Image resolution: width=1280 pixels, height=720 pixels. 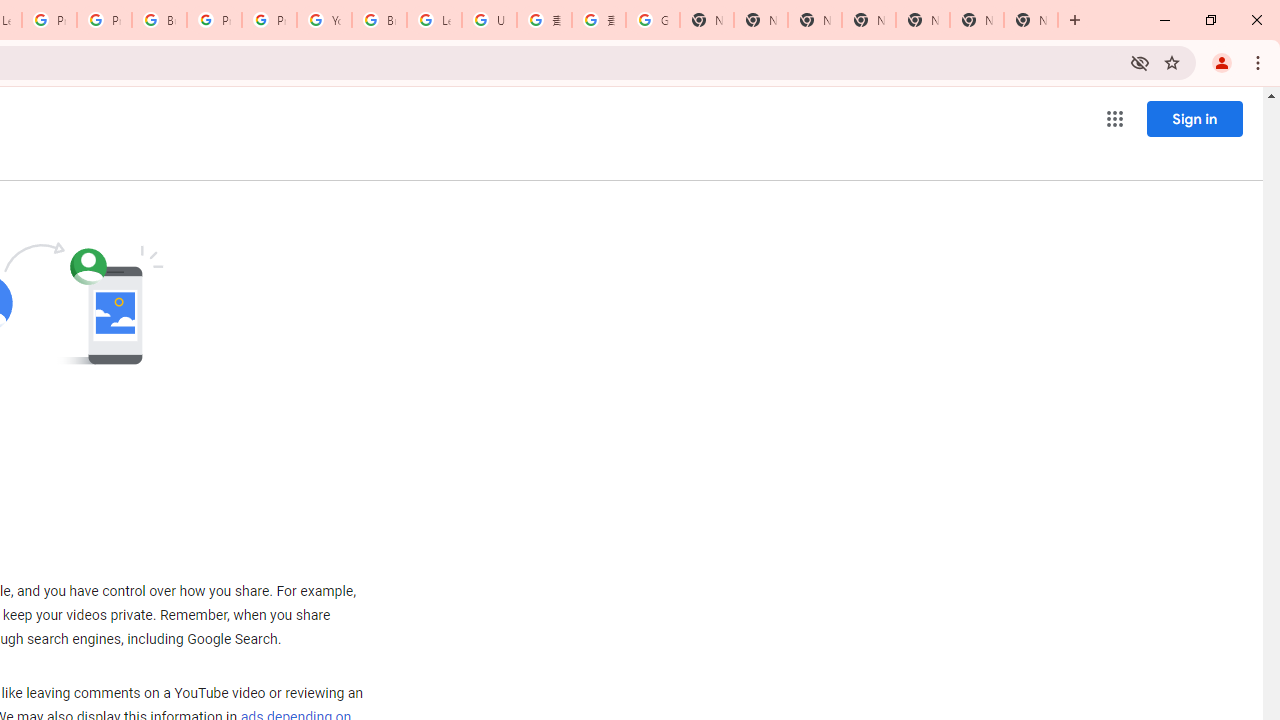 What do you see at coordinates (1031, 20) in the screenshot?
I see `'New Tab'` at bounding box center [1031, 20].